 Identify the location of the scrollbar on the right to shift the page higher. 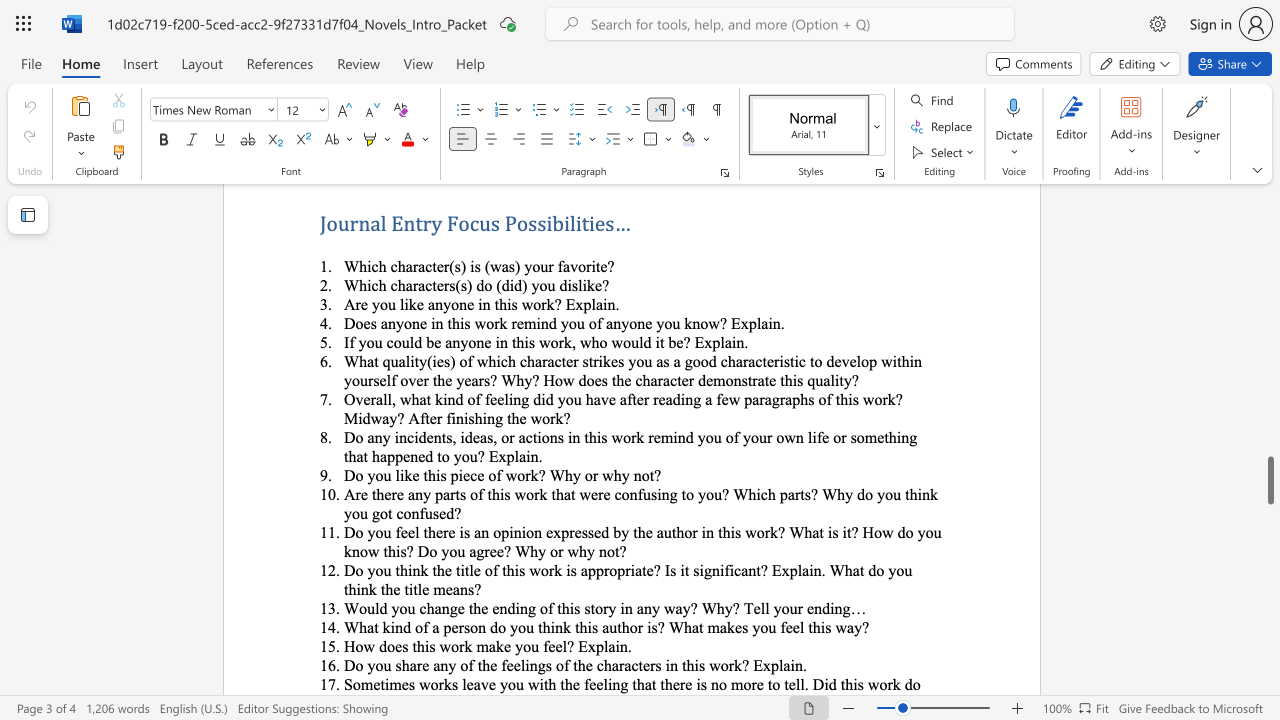
(1269, 360).